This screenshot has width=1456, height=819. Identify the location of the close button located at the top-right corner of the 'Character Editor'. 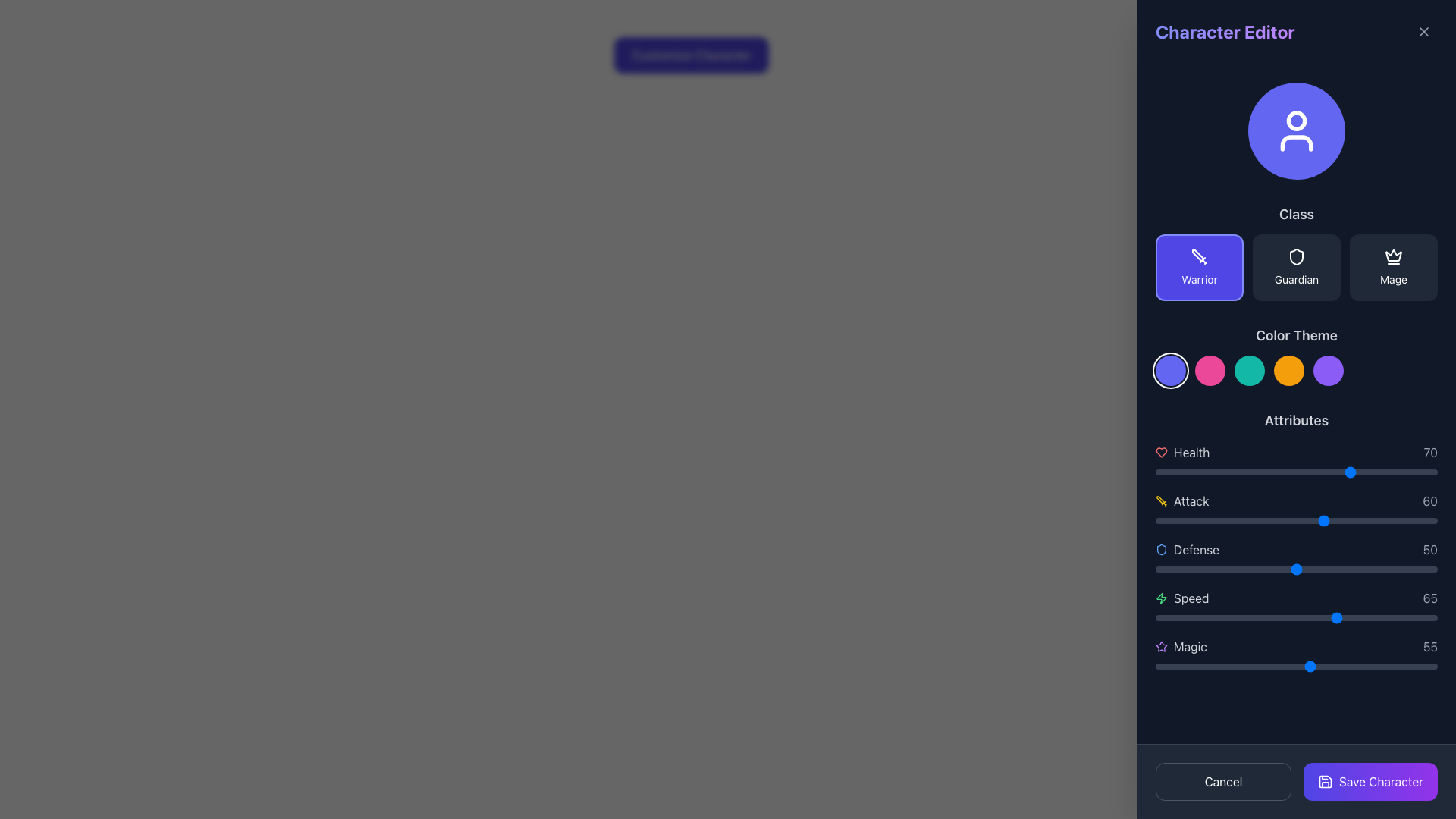
(1423, 32).